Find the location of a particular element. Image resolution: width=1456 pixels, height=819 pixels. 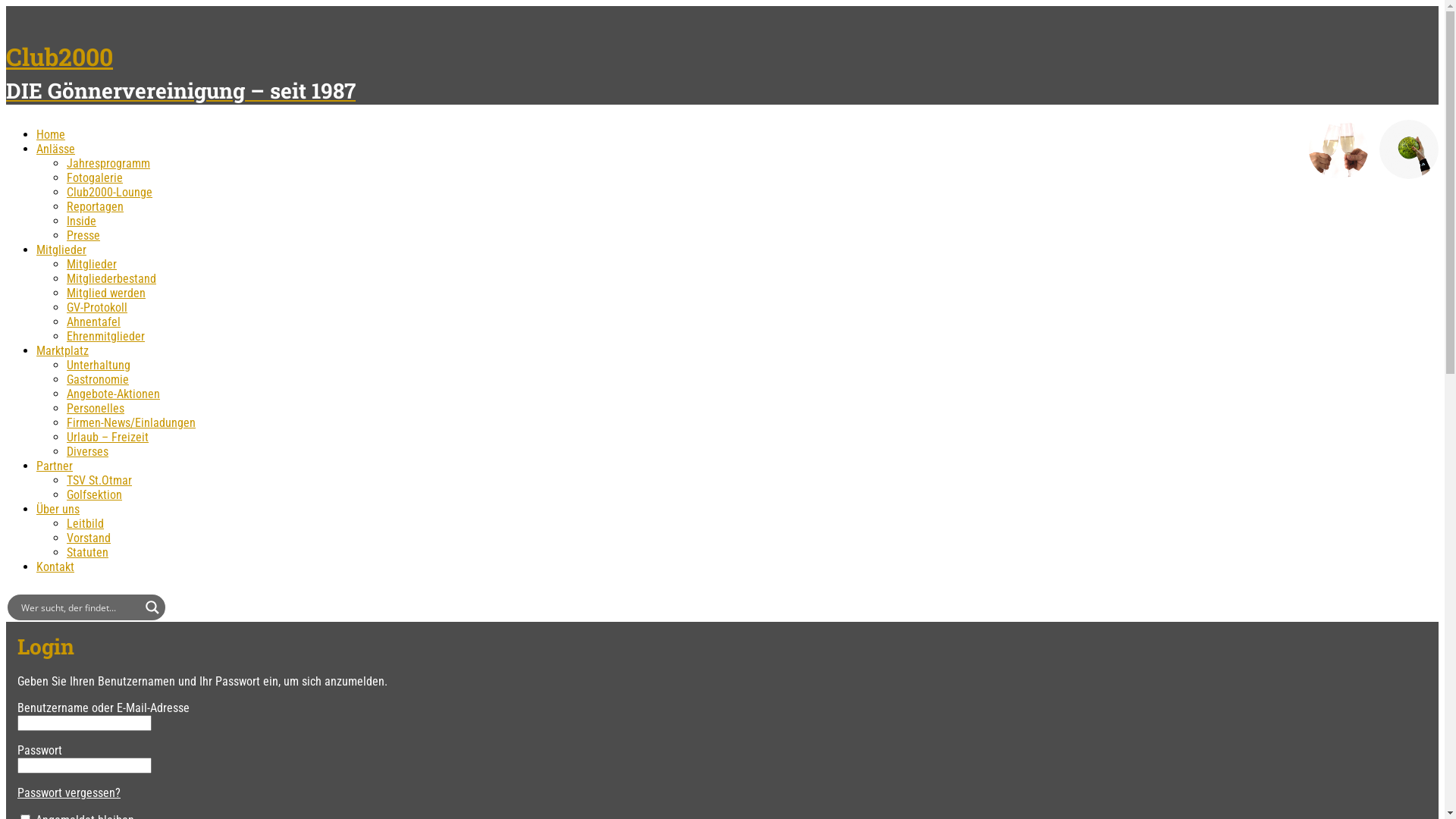

'Ahnentafel' is located at coordinates (65, 321).